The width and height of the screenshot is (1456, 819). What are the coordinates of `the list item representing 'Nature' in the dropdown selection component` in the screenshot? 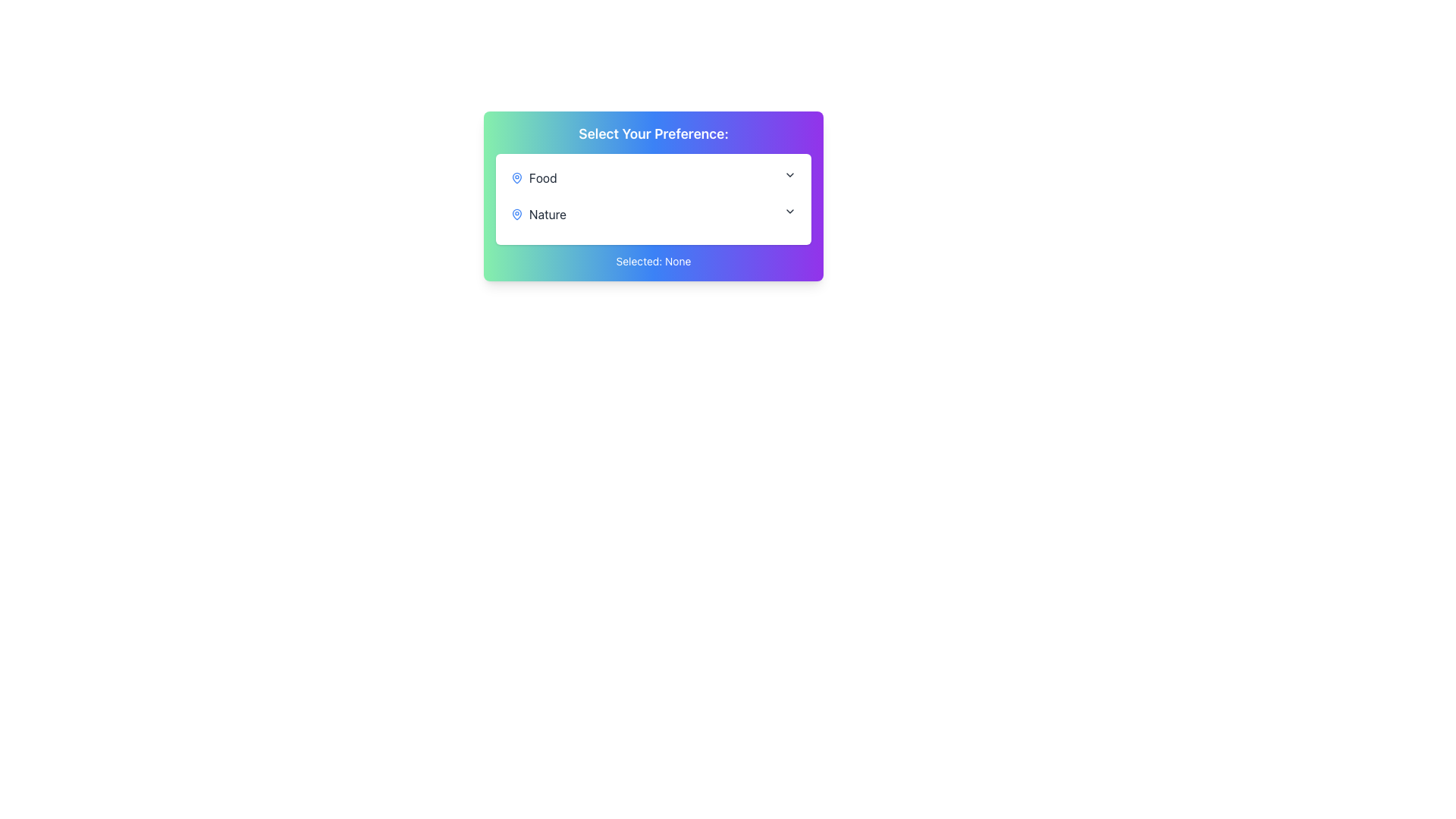 It's located at (654, 214).